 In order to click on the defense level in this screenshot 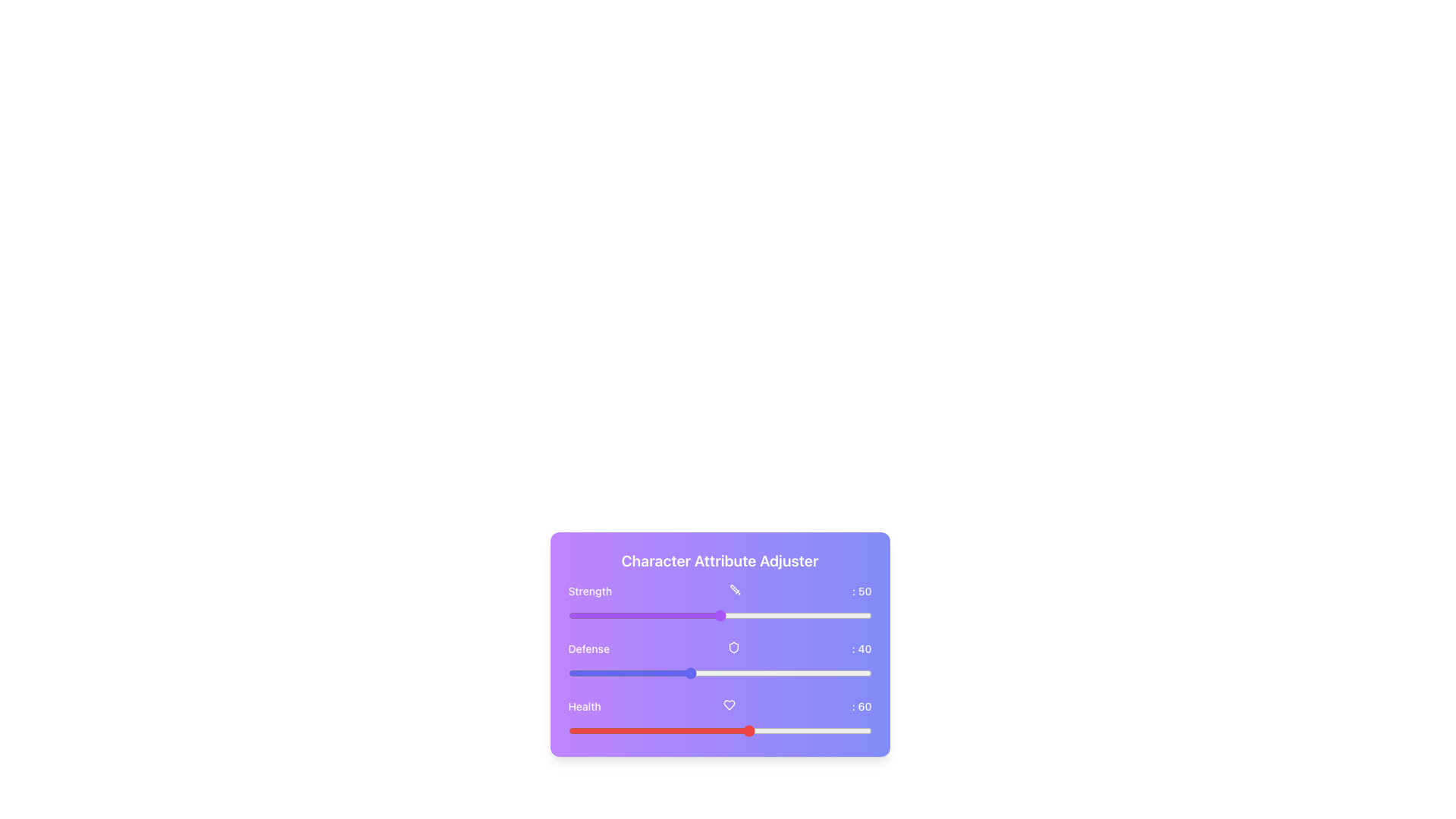, I will do `click(692, 672)`.